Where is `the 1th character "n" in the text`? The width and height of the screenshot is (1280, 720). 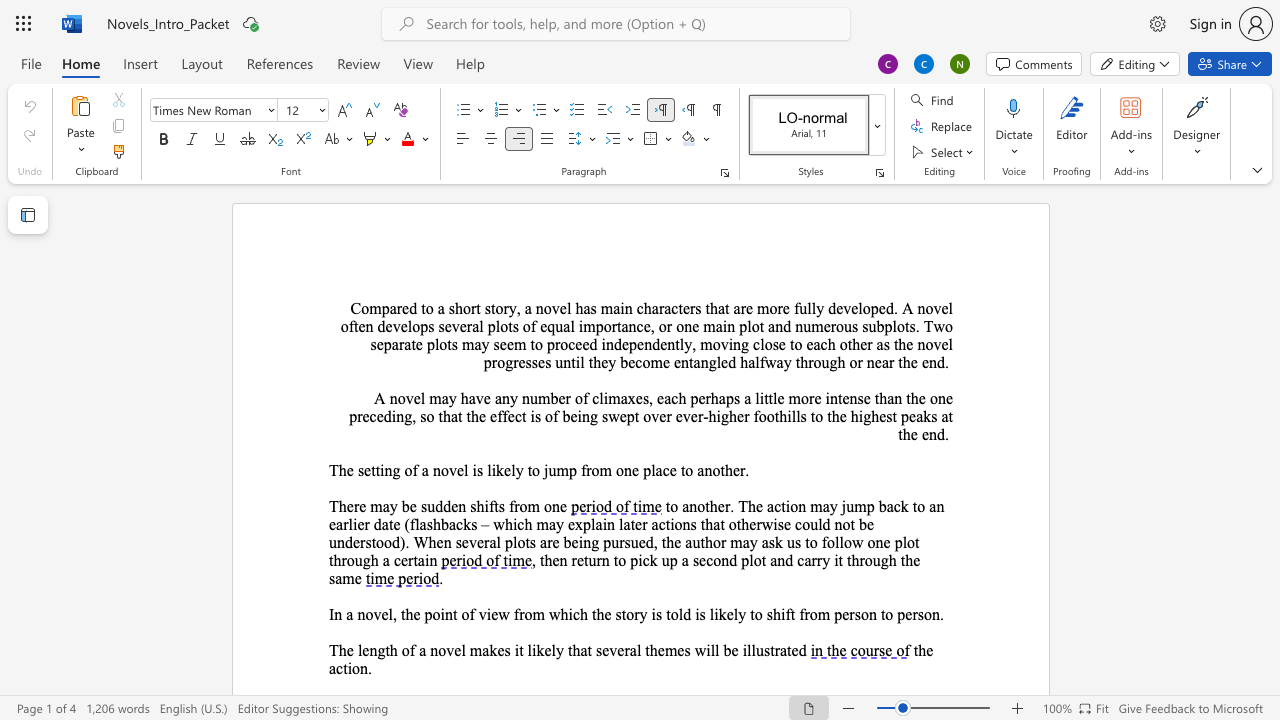 the 1th character "n" in the text is located at coordinates (833, 398).